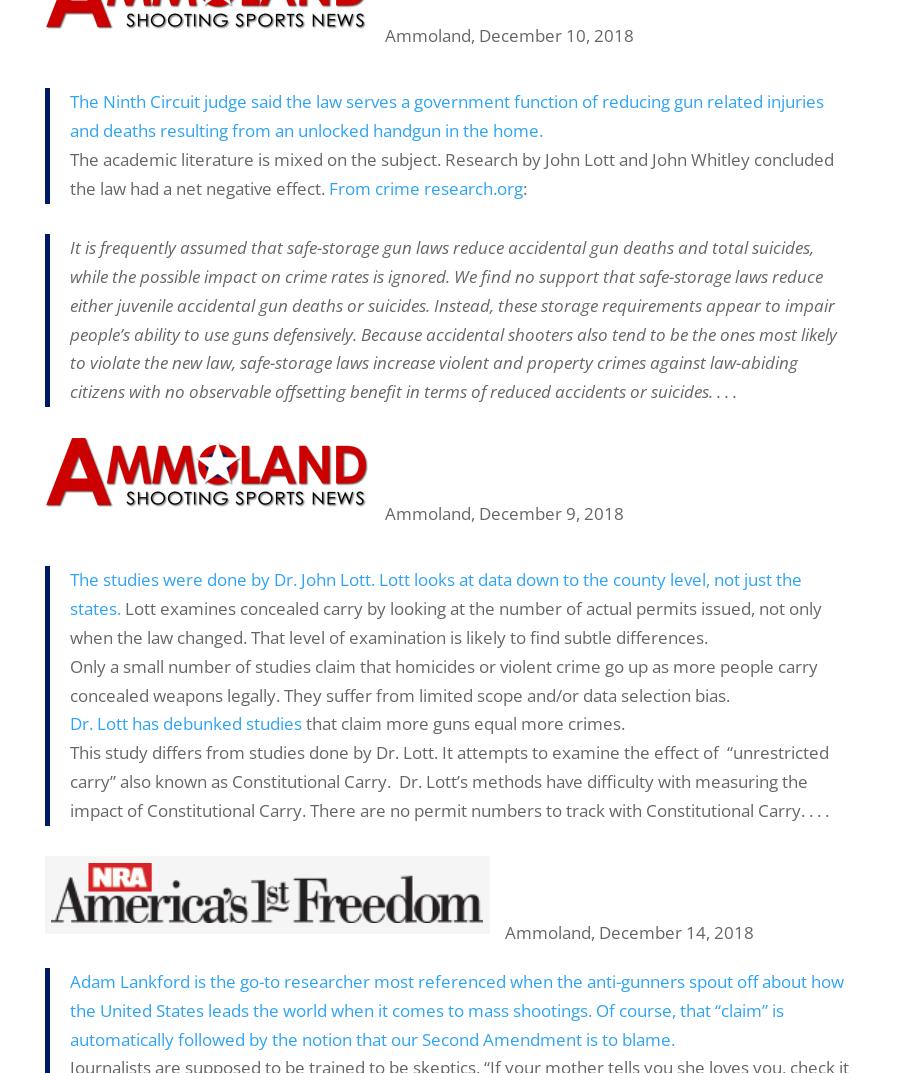 The height and width of the screenshot is (1073, 900). What do you see at coordinates (69, 781) in the screenshot?
I see `'This study differs from studies done by Dr. Lott. It attempts to examine the effect of  “unrestricted carry” also known as Constitutional Carry.  Dr. Lott’s methods have difficulty with measuring the impact of Constitutional Carry. There are no permit numbers to track with Constitutional Carry. . . .'` at bounding box center [69, 781].